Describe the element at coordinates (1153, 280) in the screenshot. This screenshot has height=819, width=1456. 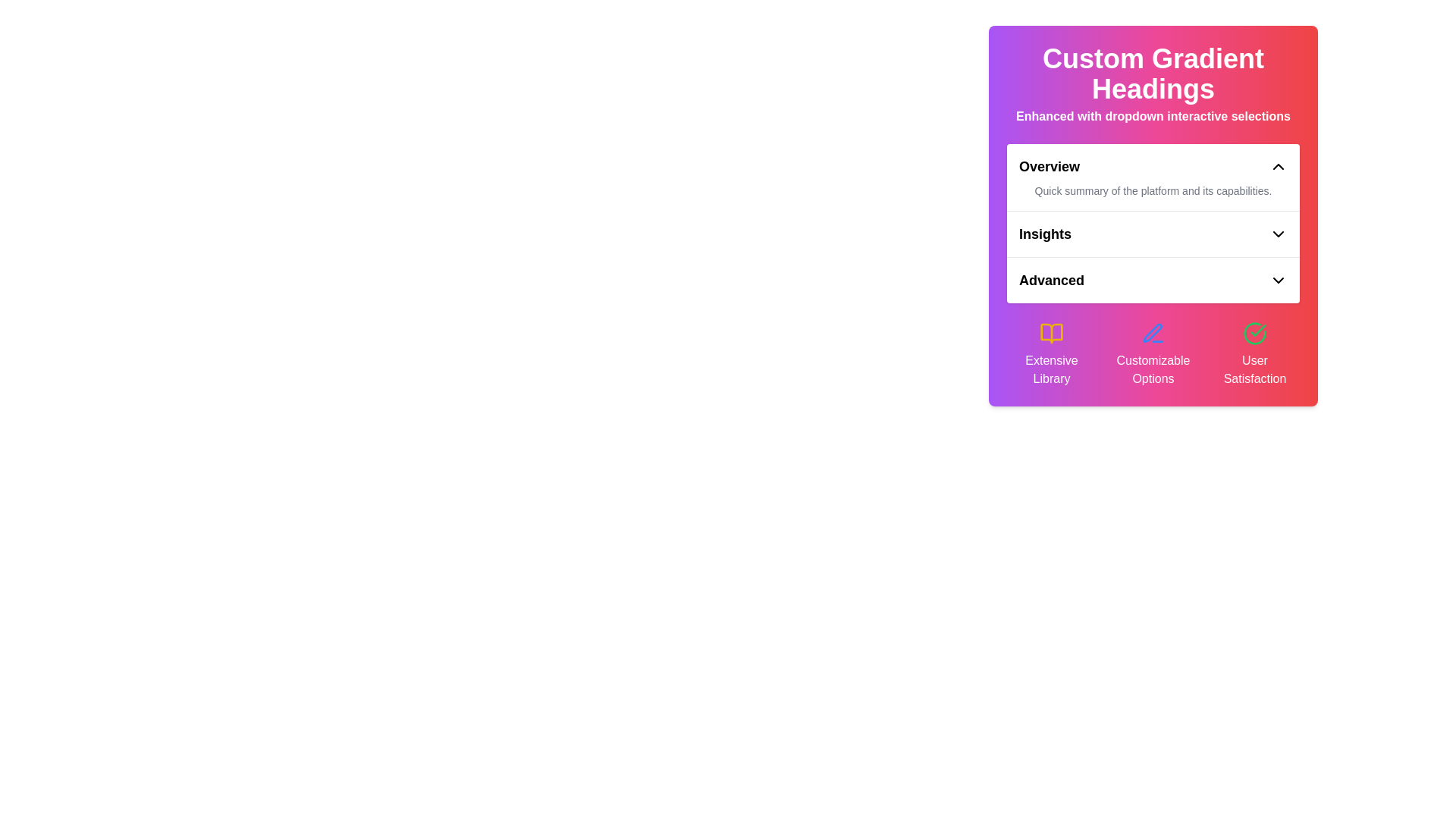
I see `the 'Advanced' dropdown selection option, which is the third entry in a list of dropdown options located below 'Insights' in a white card box with a gradient background` at that location.